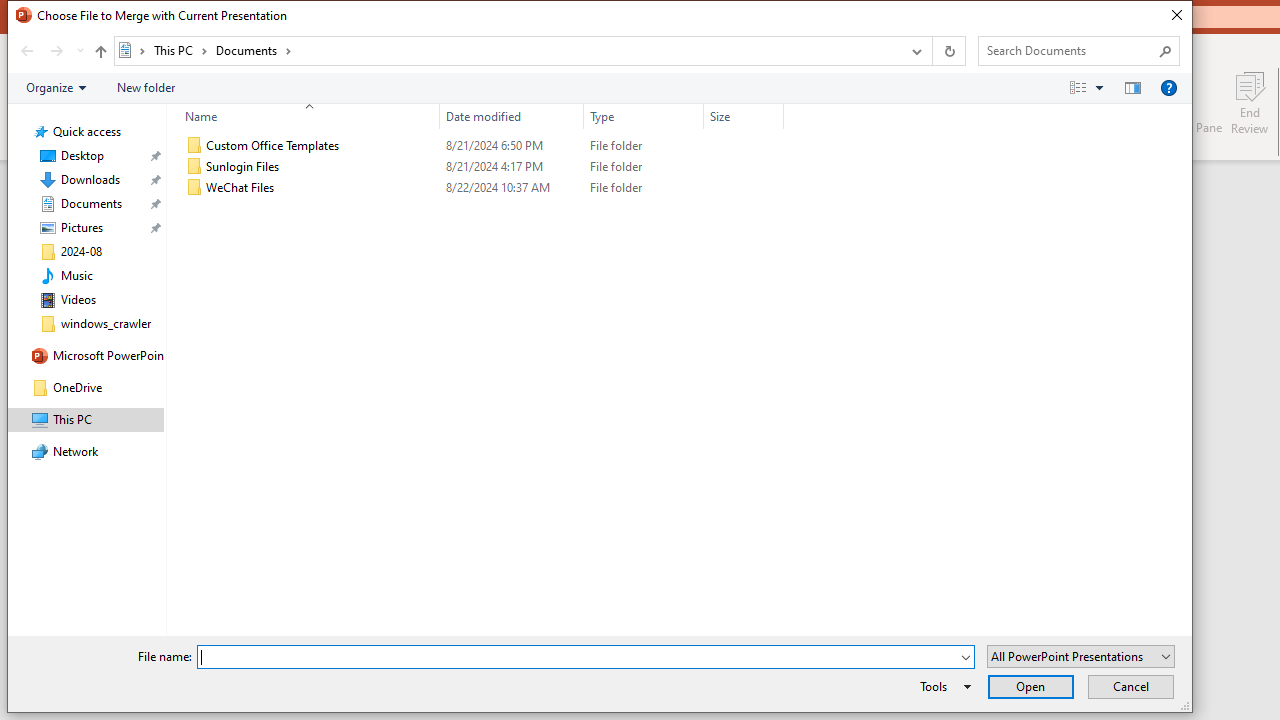 The width and height of the screenshot is (1280, 720). Describe the element at coordinates (50, 50) in the screenshot. I see `'Navigation buttons'` at that location.